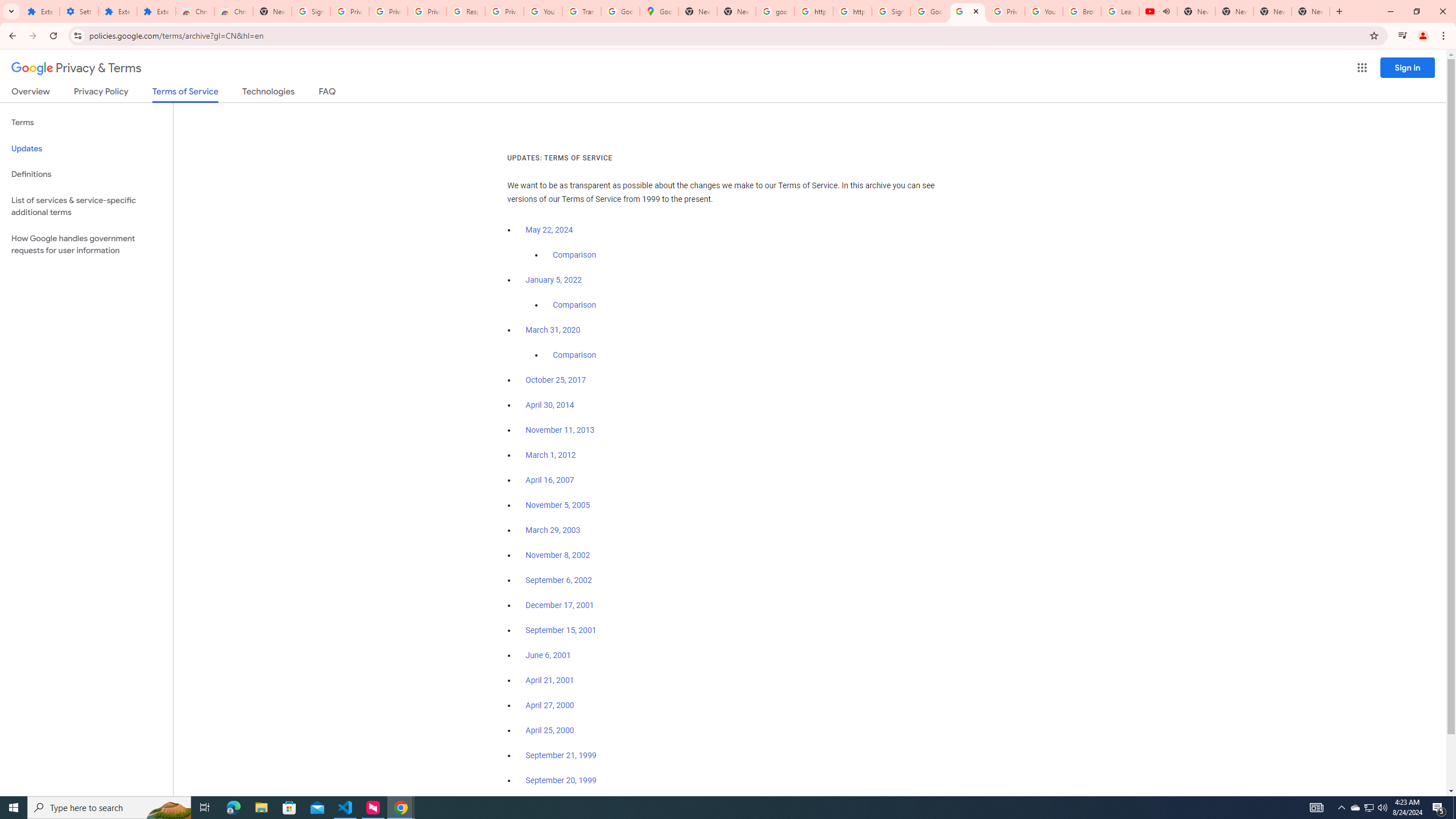 Image resolution: width=1456 pixels, height=819 pixels. What do you see at coordinates (559, 580) in the screenshot?
I see `'September 6, 2002'` at bounding box center [559, 580].